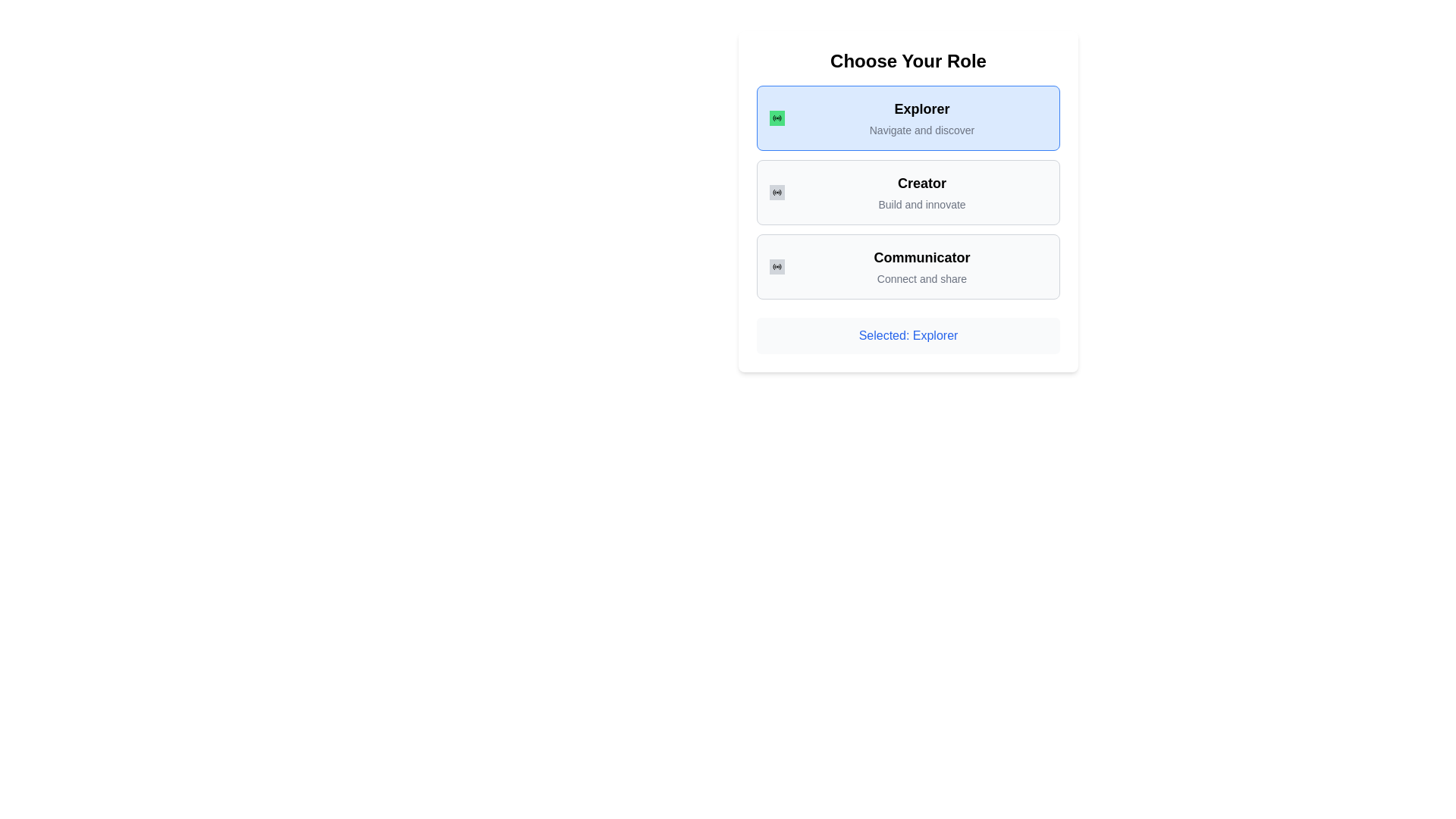  Describe the element at coordinates (908, 192) in the screenshot. I see `the 'Creator' role selection button located below the 'Explorer' option and above the 'Communicator' option in the role-selection interface` at that location.